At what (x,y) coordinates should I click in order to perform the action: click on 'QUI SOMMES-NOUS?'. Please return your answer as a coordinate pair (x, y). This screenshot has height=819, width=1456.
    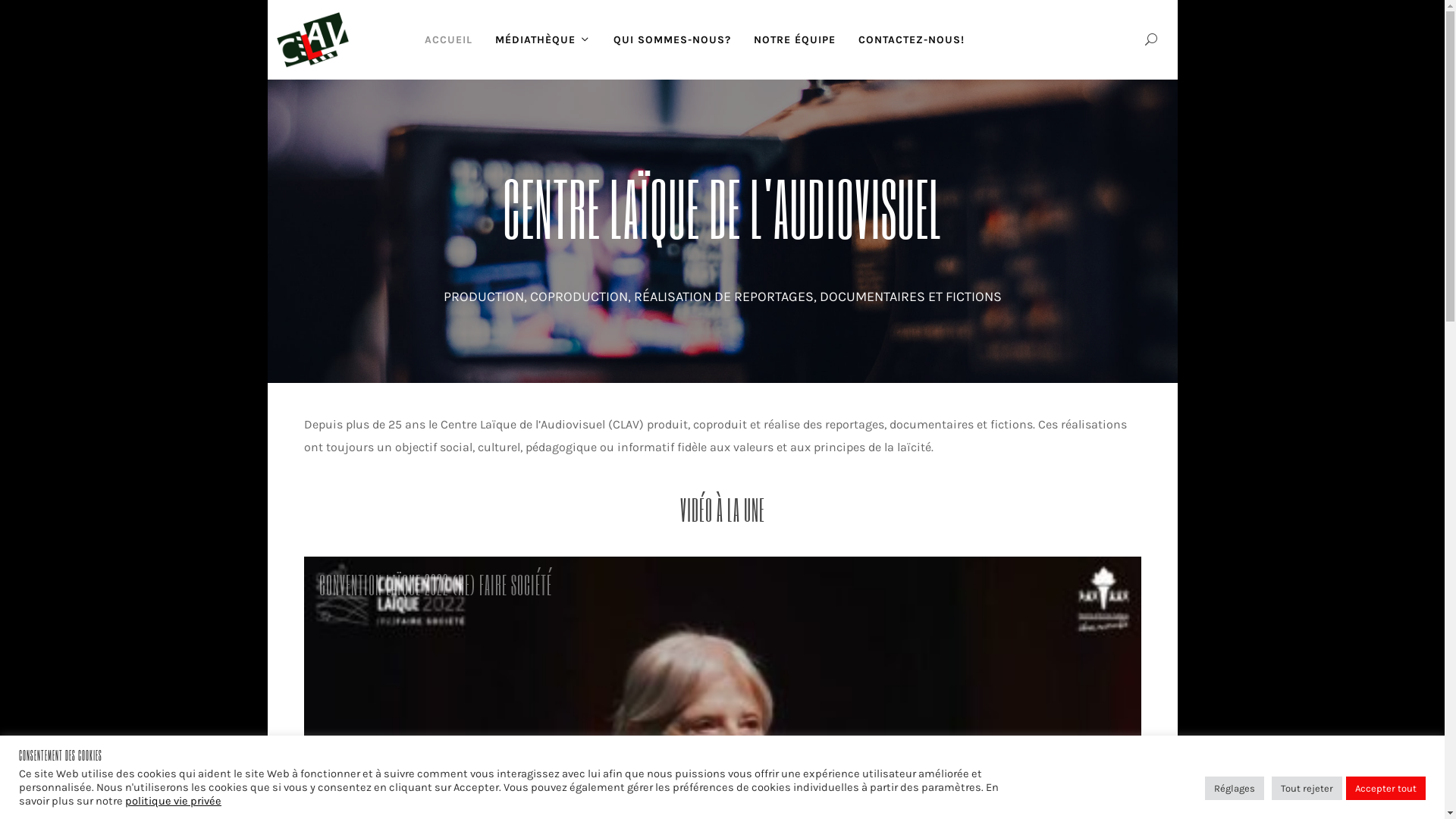
    Looking at the image, I should click on (671, 39).